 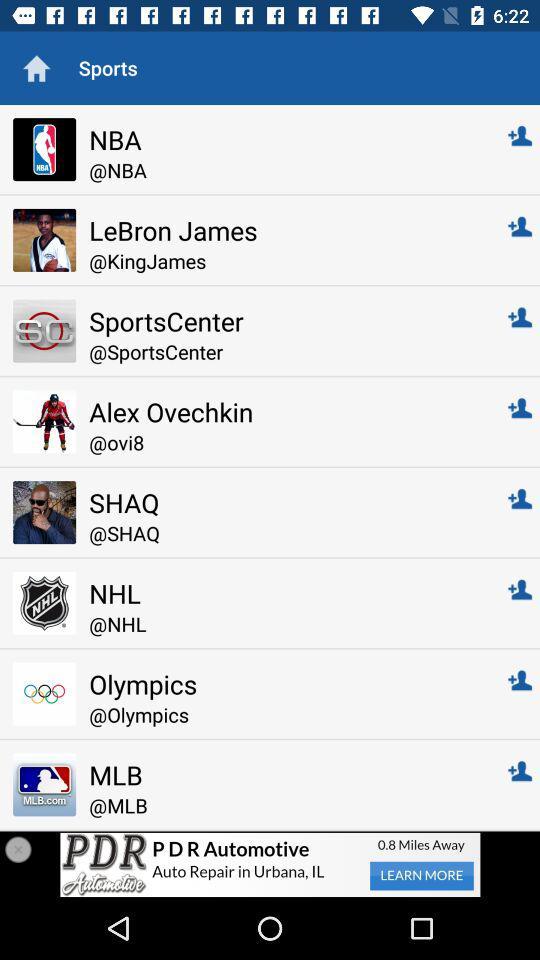 What do you see at coordinates (284, 230) in the screenshot?
I see `lebron james item` at bounding box center [284, 230].